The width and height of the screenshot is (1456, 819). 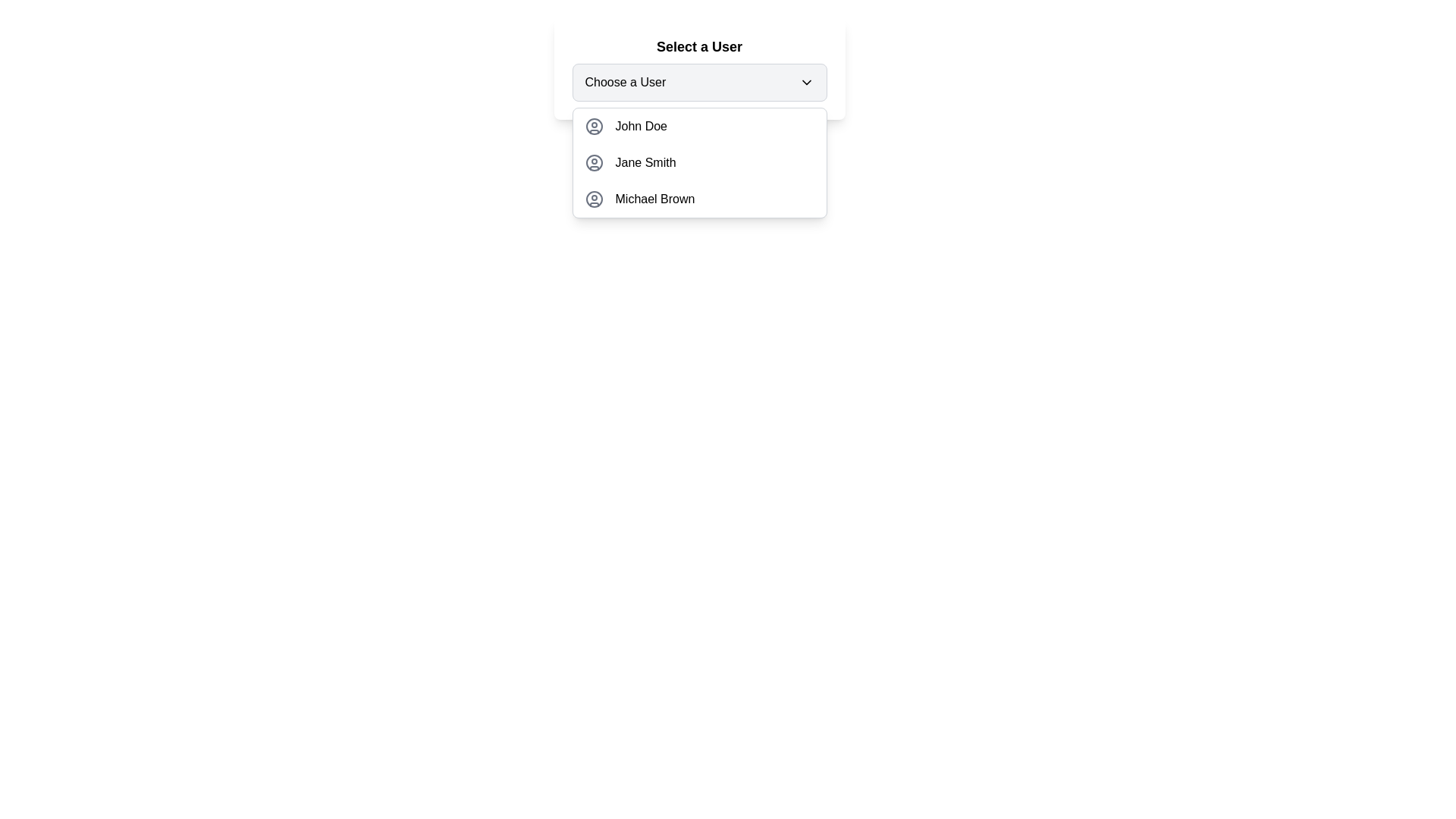 I want to click on the user profile icon located to the left of the text 'Jane Smith' in the dropdown menu, so click(x=593, y=163).